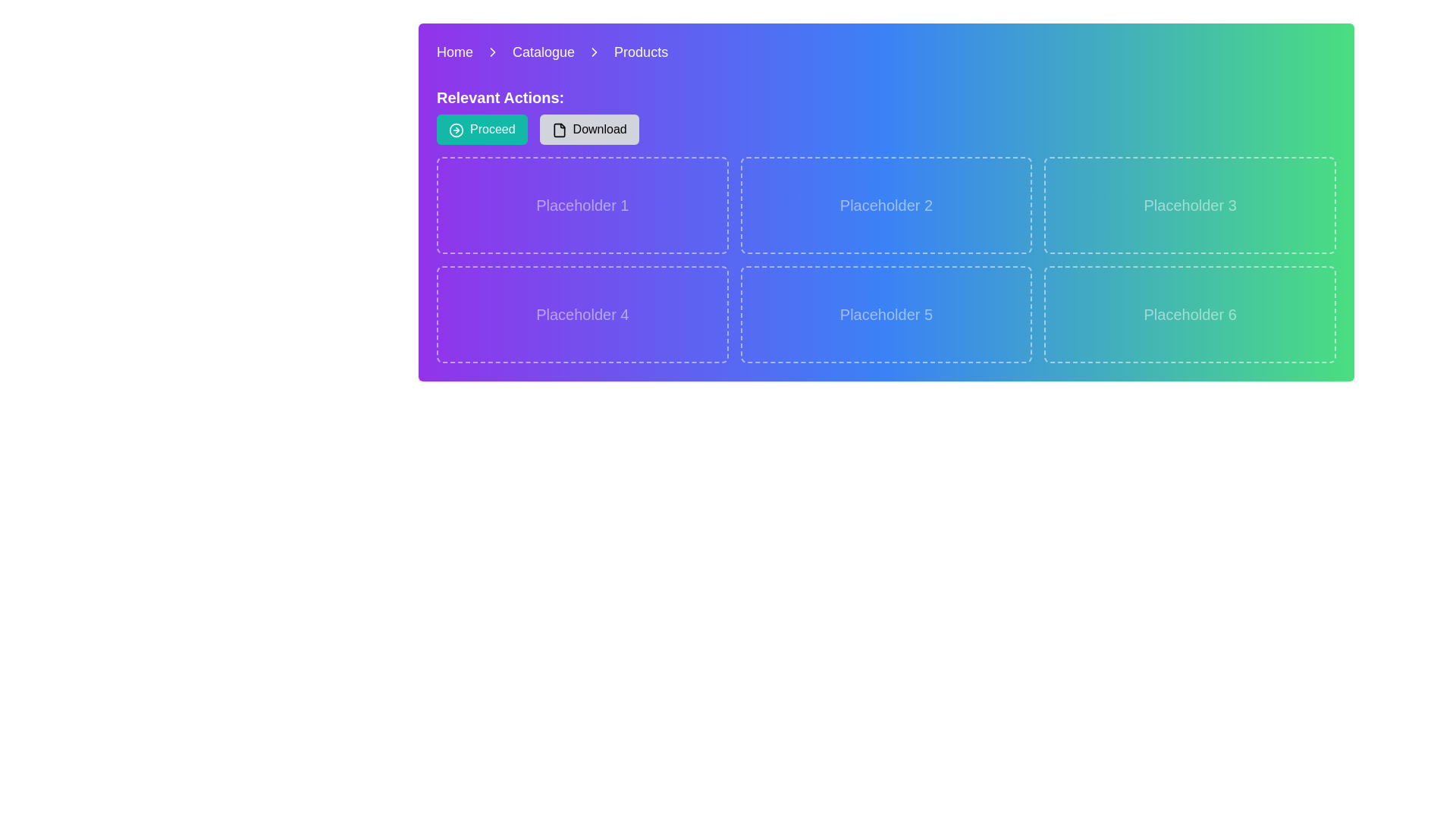 The width and height of the screenshot is (1456, 819). I want to click on the rectangular region with a dashed border displaying 'Placeholder 3' in the center, located in the first row and third column of the grid layout, so click(1189, 205).